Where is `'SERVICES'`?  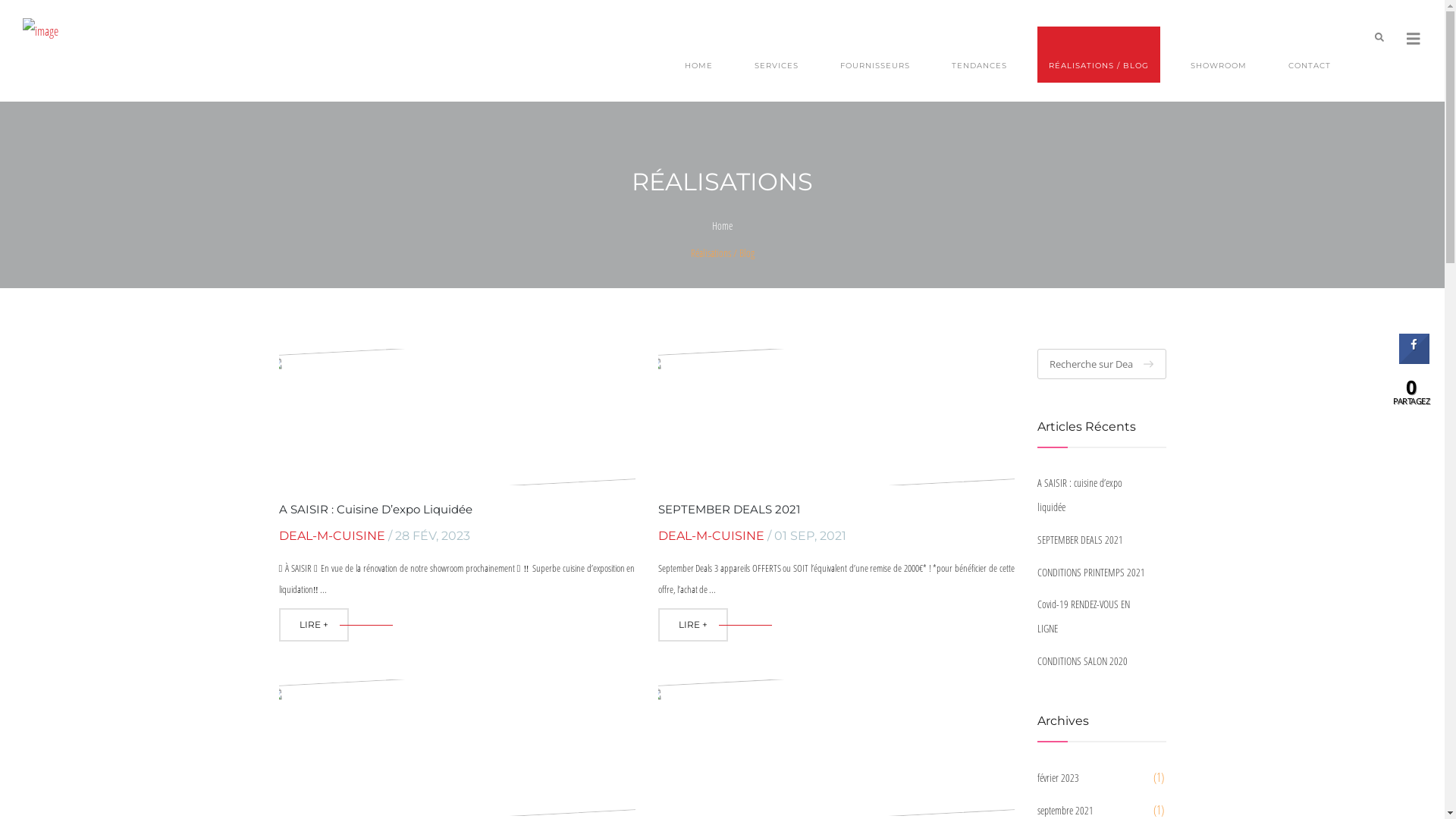 'SERVICES' is located at coordinates (742, 54).